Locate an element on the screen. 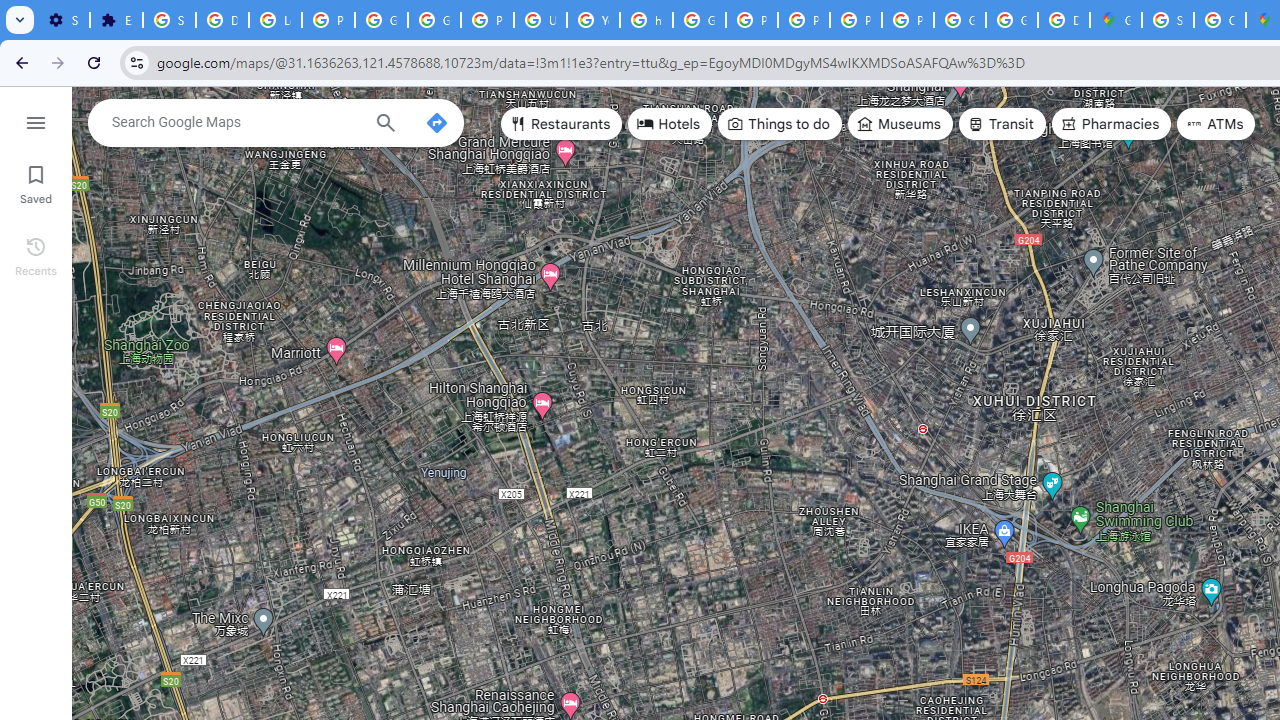 This screenshot has height=720, width=1280. 'Directions' is located at coordinates (435, 123).